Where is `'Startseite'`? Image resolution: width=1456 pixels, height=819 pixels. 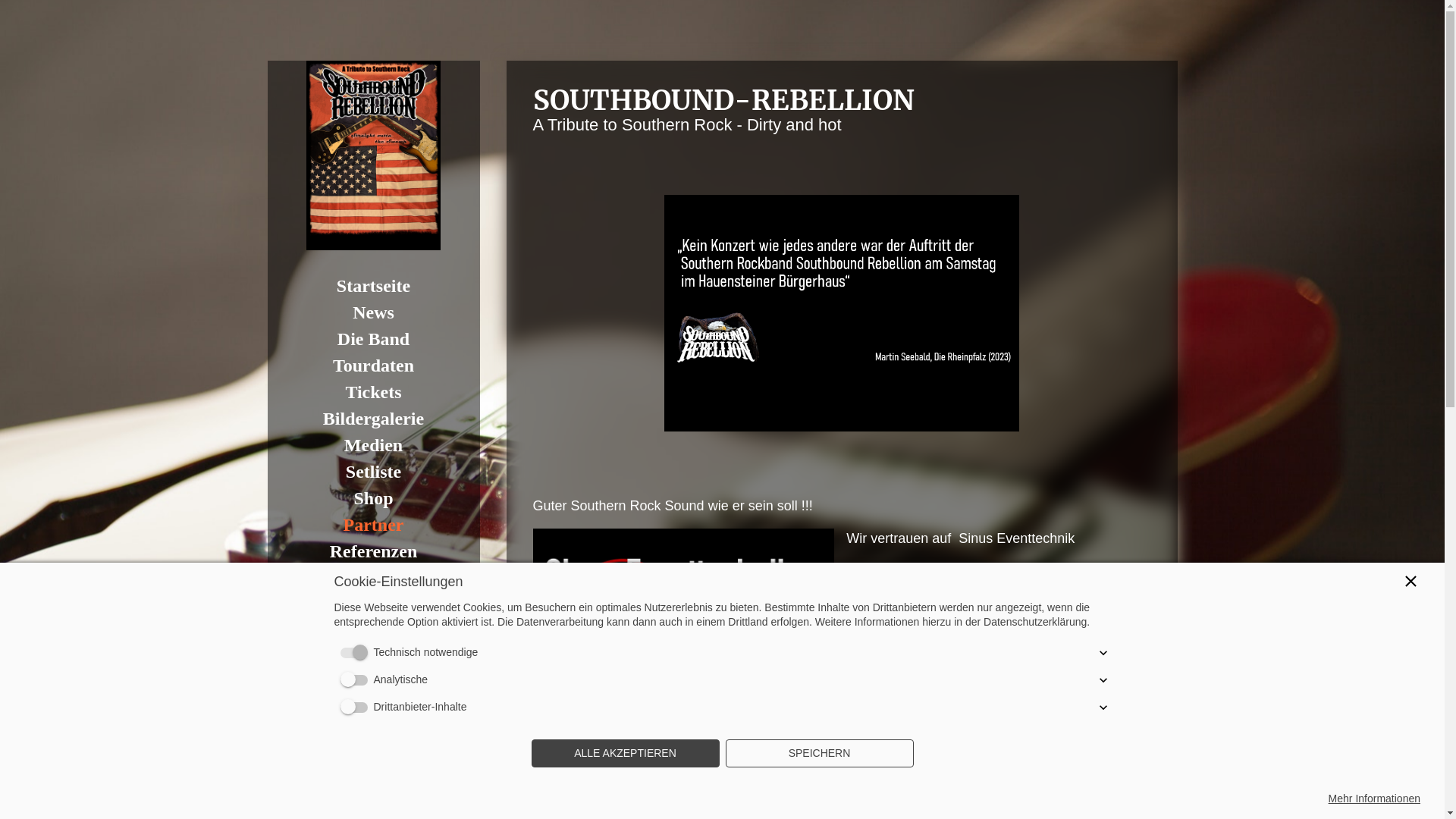
'Startseite' is located at coordinates (372, 286).